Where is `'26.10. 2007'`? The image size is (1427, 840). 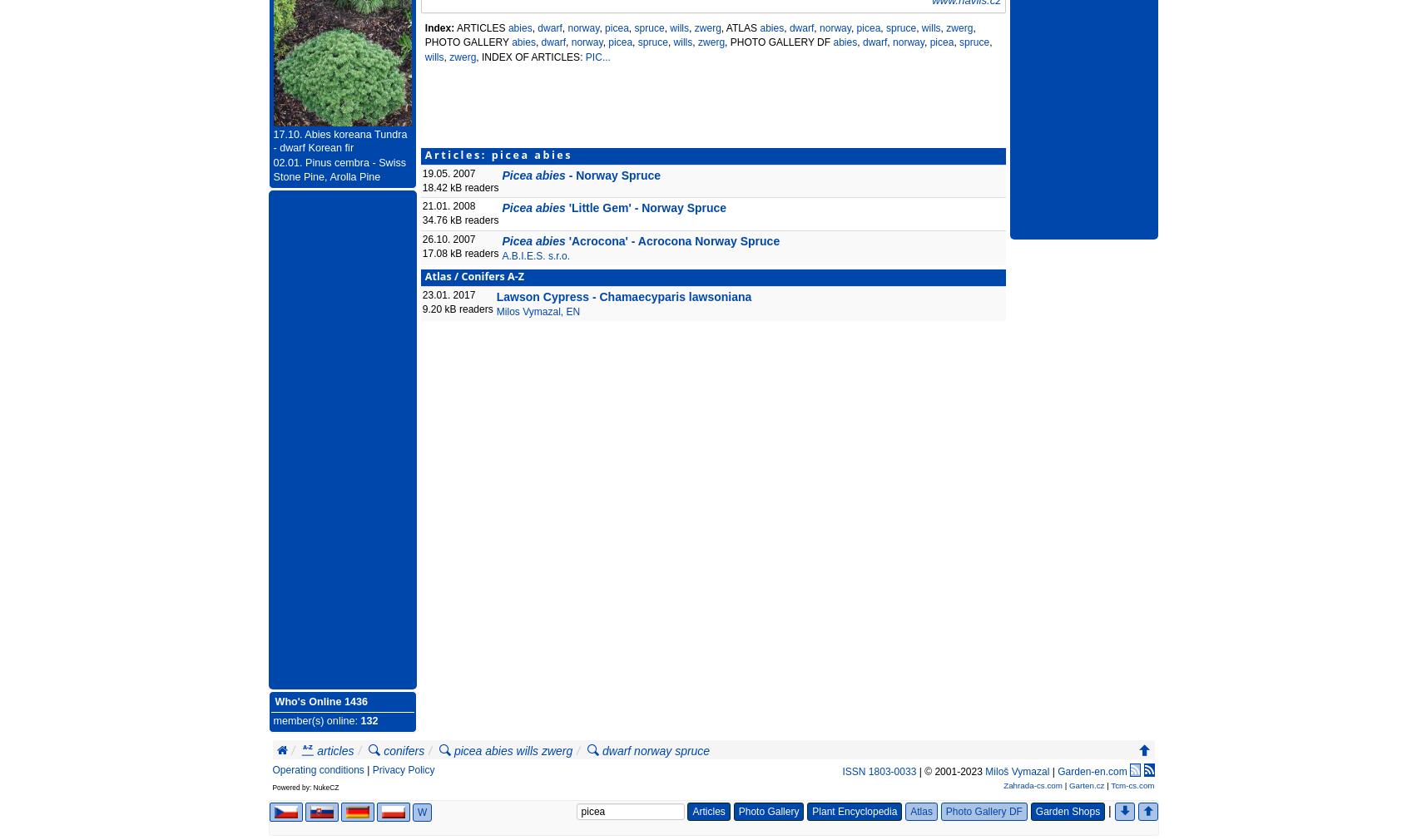 '26.10. 2007' is located at coordinates (448, 239).